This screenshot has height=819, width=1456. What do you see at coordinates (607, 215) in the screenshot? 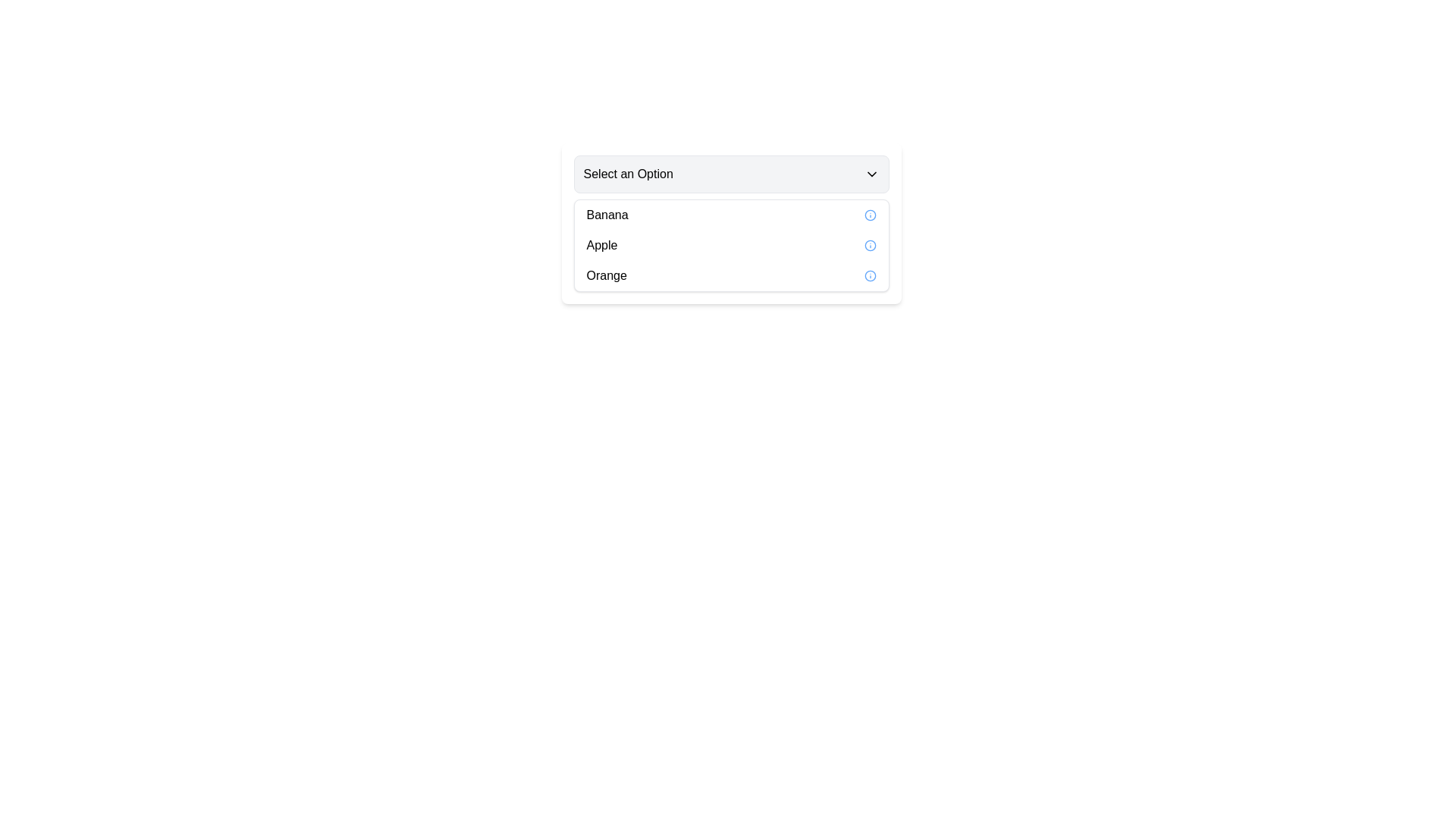
I see `the first item in the dropdown menu, which is a Text label that allows selection of an option` at bounding box center [607, 215].